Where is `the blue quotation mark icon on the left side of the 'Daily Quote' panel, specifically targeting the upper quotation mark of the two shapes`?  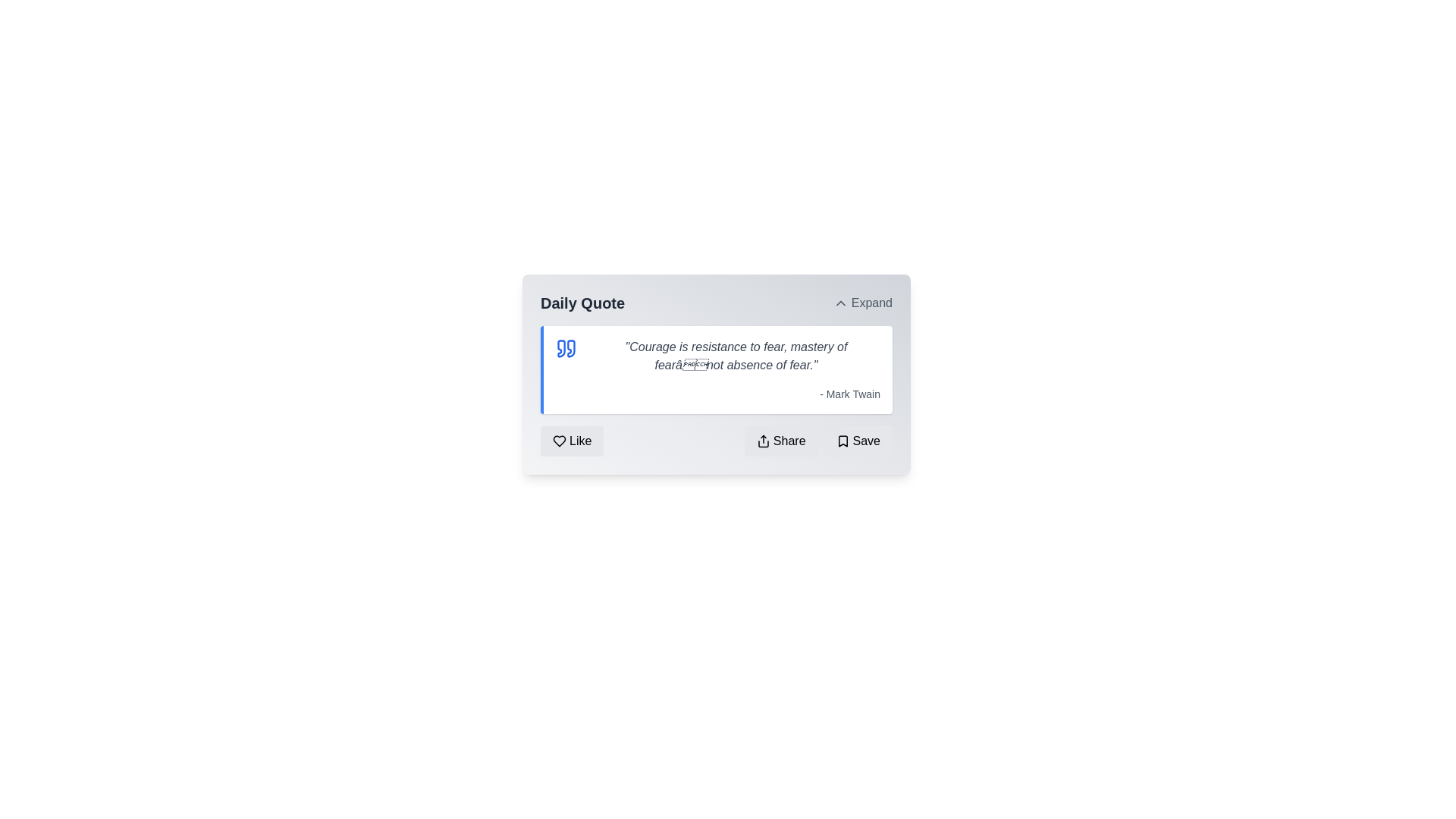 the blue quotation mark icon on the left side of the 'Daily Quote' panel, specifically targeting the upper quotation mark of the two shapes is located at coordinates (570, 348).